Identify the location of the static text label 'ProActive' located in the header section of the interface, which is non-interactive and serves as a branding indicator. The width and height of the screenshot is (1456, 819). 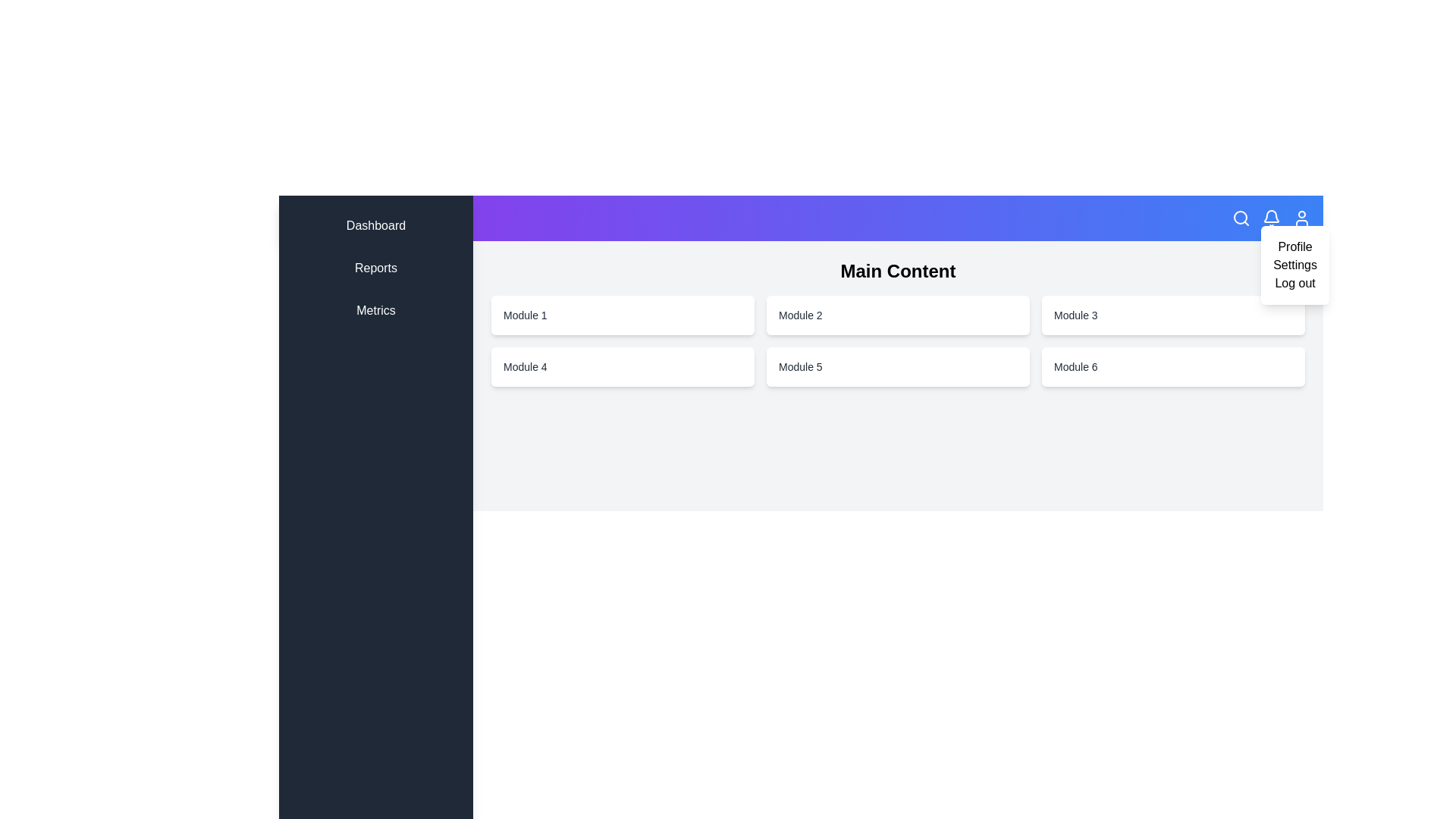
(340, 218).